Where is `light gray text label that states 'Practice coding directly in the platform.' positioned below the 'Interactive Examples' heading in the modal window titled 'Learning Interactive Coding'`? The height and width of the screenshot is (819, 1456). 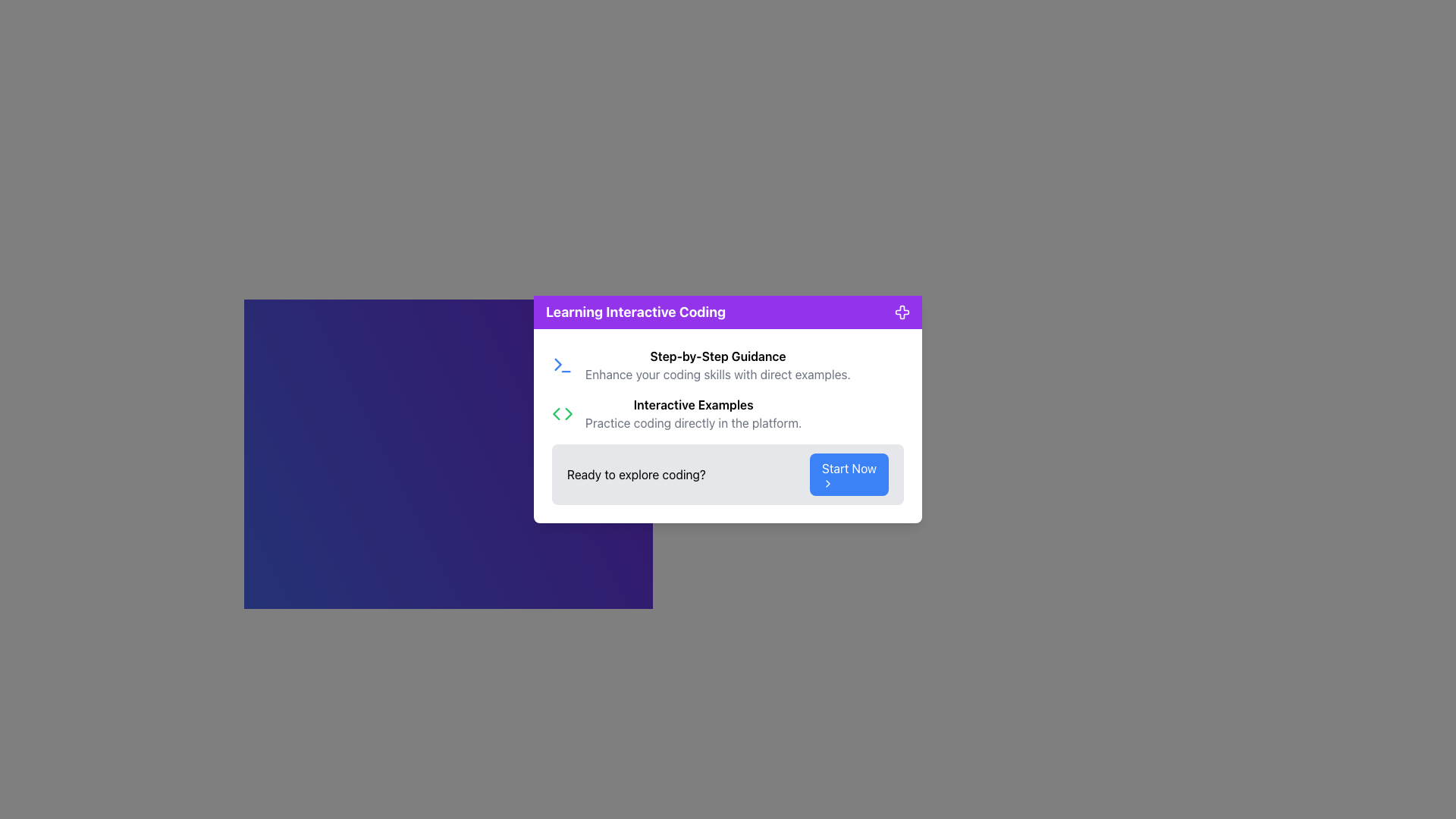 light gray text label that states 'Practice coding directly in the platform.' positioned below the 'Interactive Examples' heading in the modal window titled 'Learning Interactive Coding' is located at coordinates (692, 423).